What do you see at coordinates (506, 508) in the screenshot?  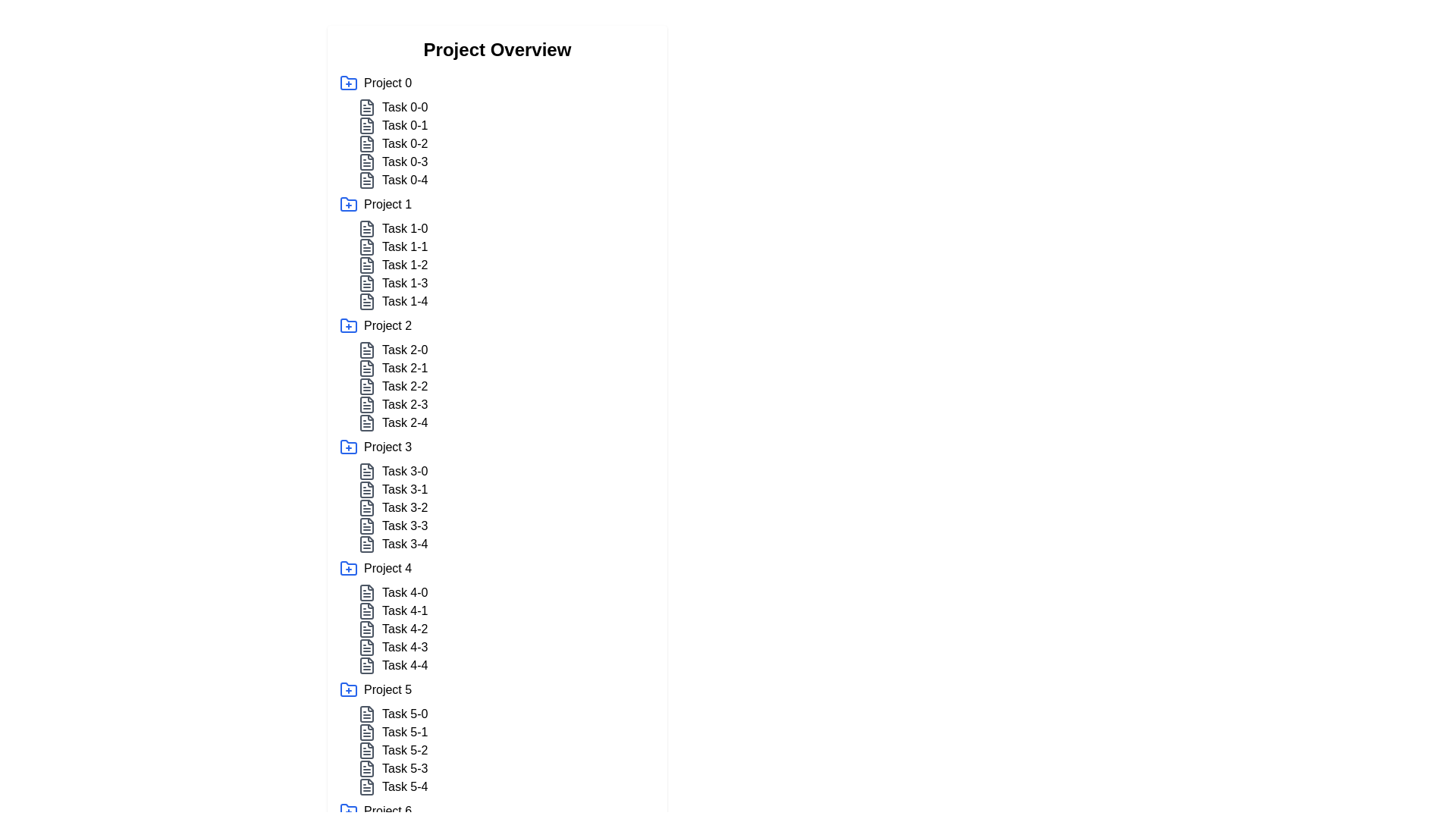 I see `the third list item under 'Project 3'` at bounding box center [506, 508].